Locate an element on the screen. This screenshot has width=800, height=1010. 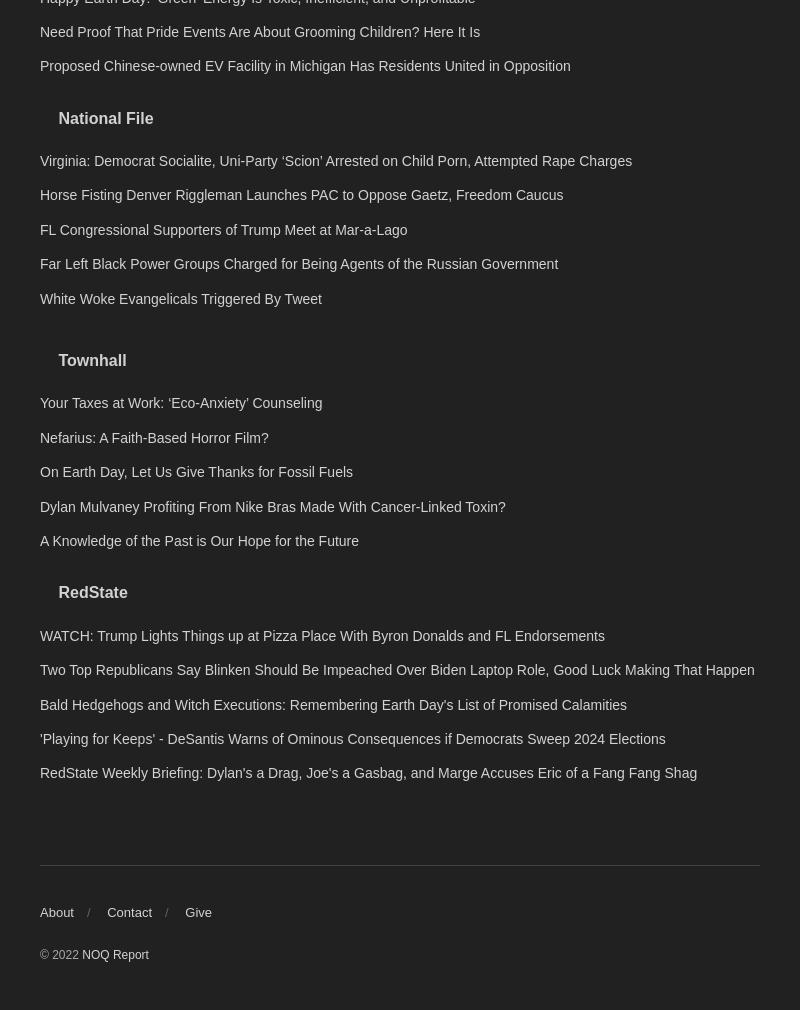
'RedState' is located at coordinates (92, 872).